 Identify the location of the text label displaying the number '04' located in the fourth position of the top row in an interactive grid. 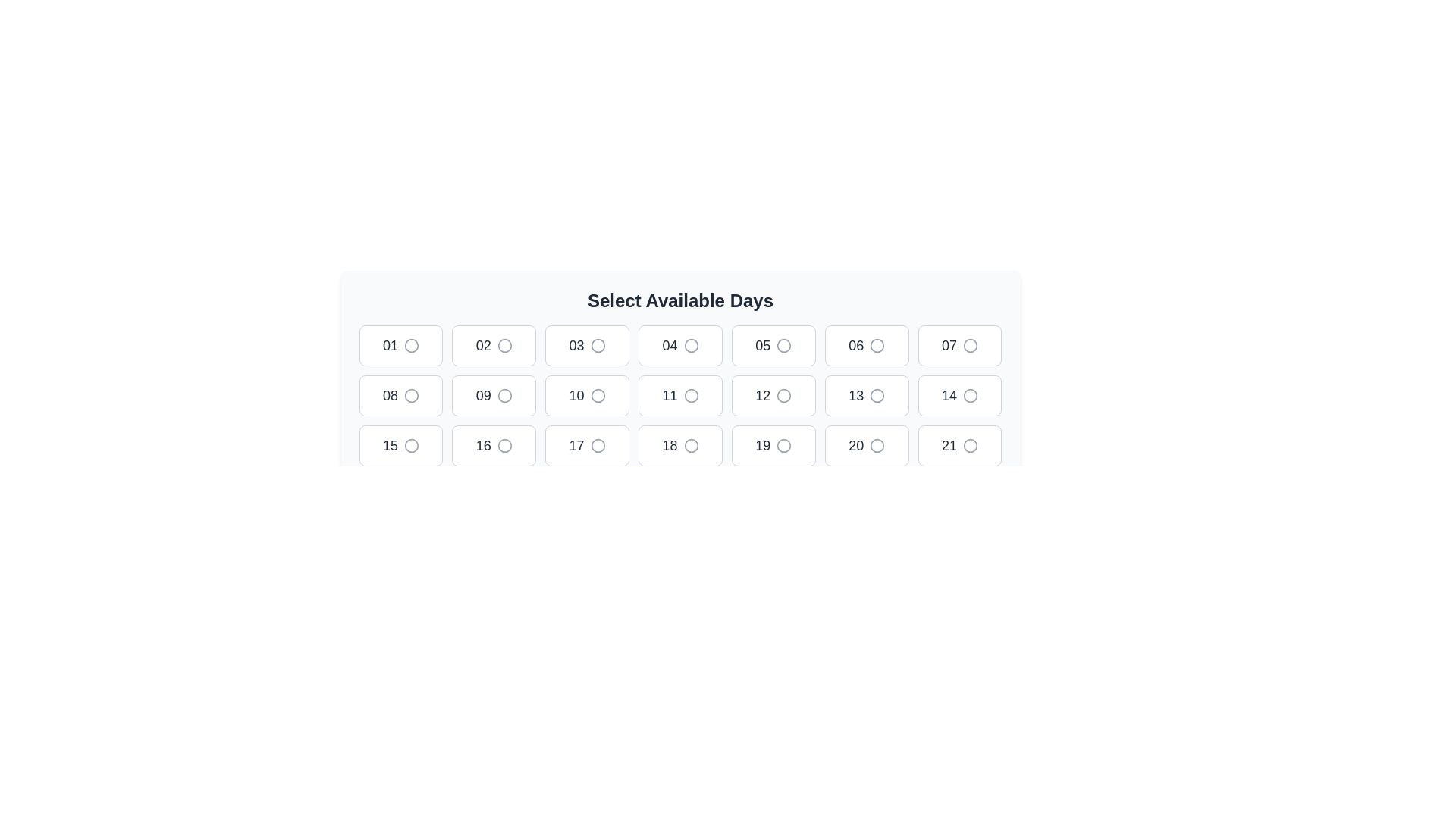
(669, 345).